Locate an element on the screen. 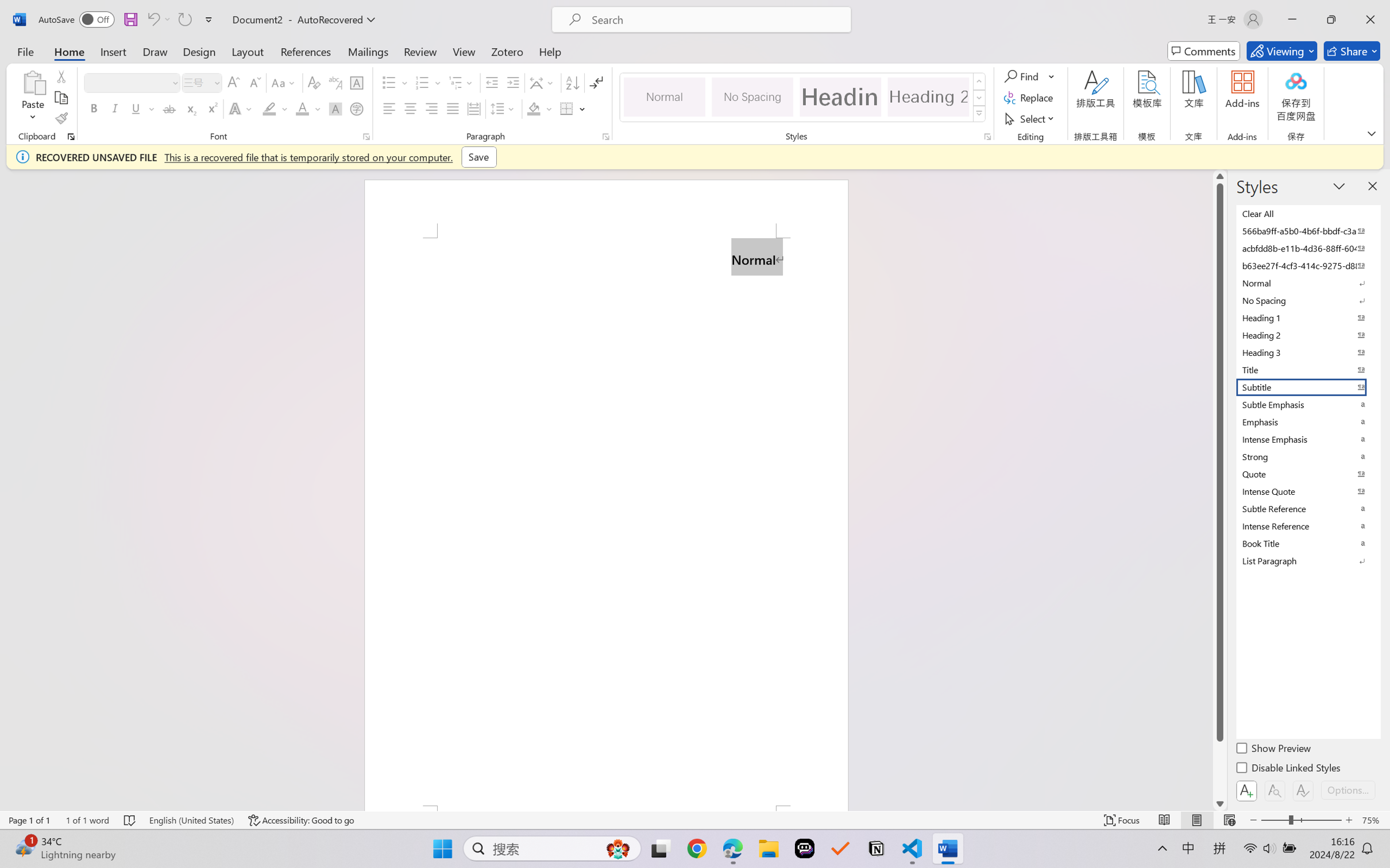 The image size is (1390, 868). 'Can' is located at coordinates (152, 19).